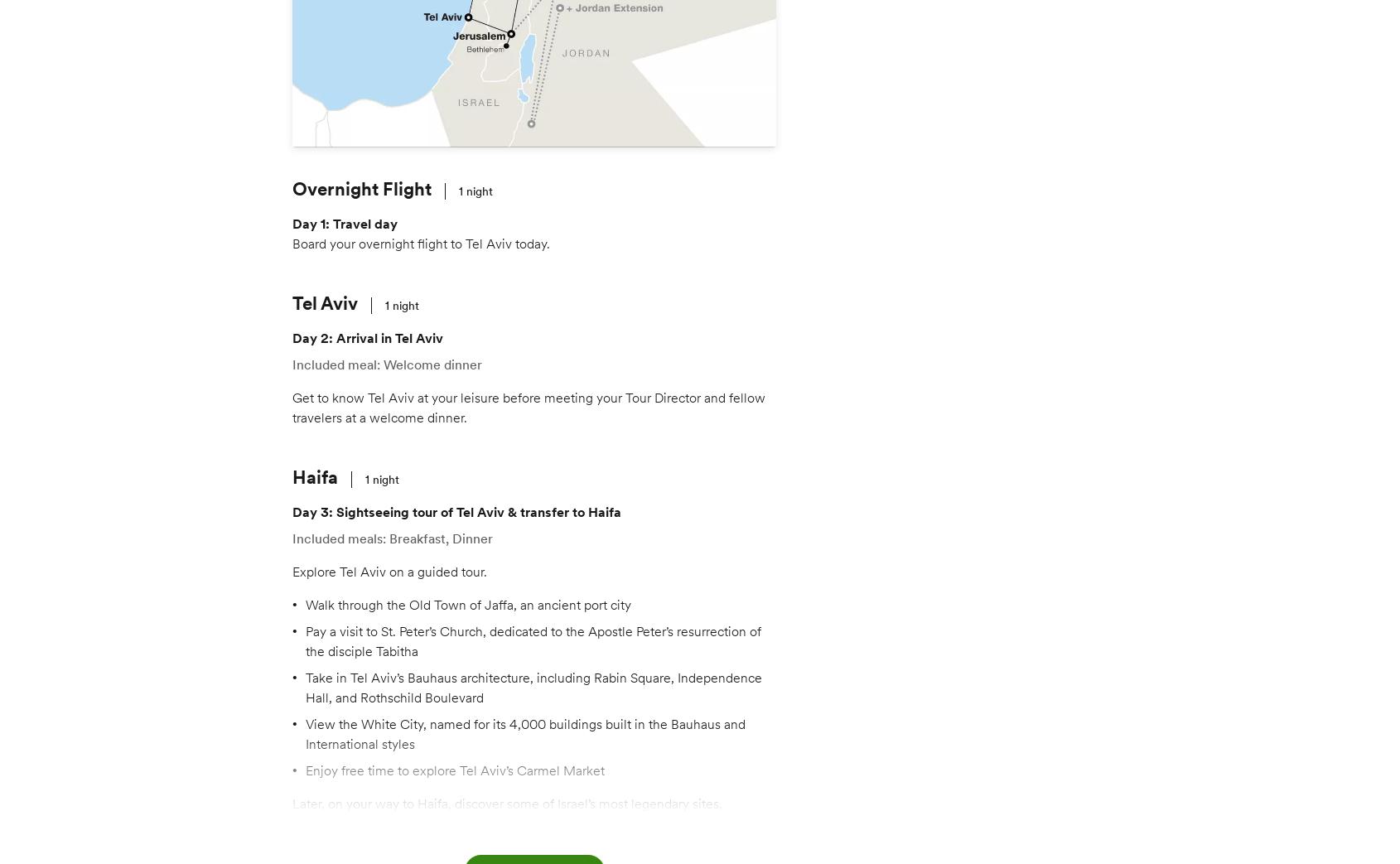 The image size is (1400, 864). What do you see at coordinates (815, 215) in the screenshot?
I see `'Jul 6'` at bounding box center [815, 215].